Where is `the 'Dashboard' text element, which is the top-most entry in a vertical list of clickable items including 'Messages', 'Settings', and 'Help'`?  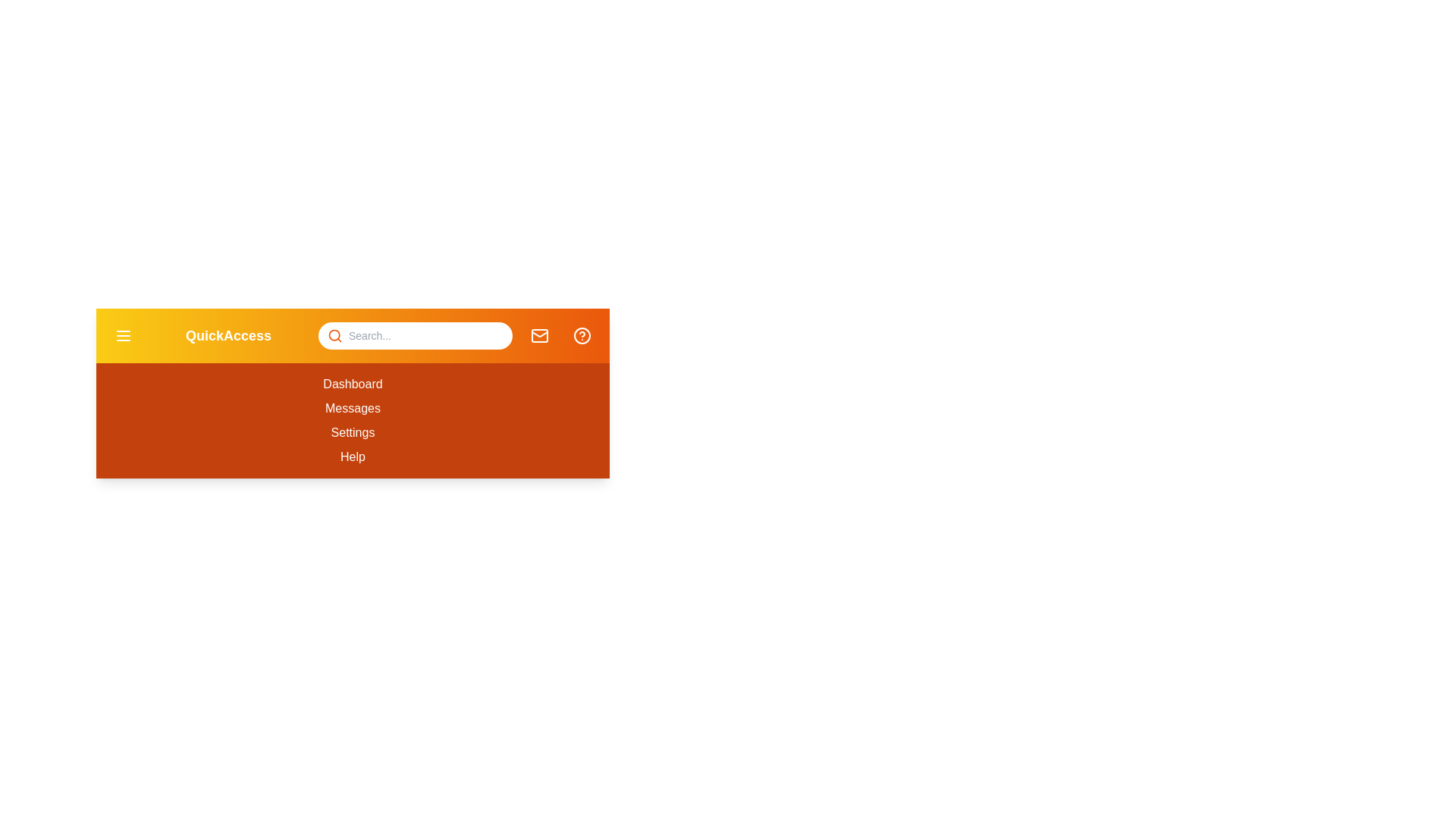 the 'Dashboard' text element, which is the top-most entry in a vertical list of clickable items including 'Messages', 'Settings', and 'Help' is located at coordinates (352, 383).